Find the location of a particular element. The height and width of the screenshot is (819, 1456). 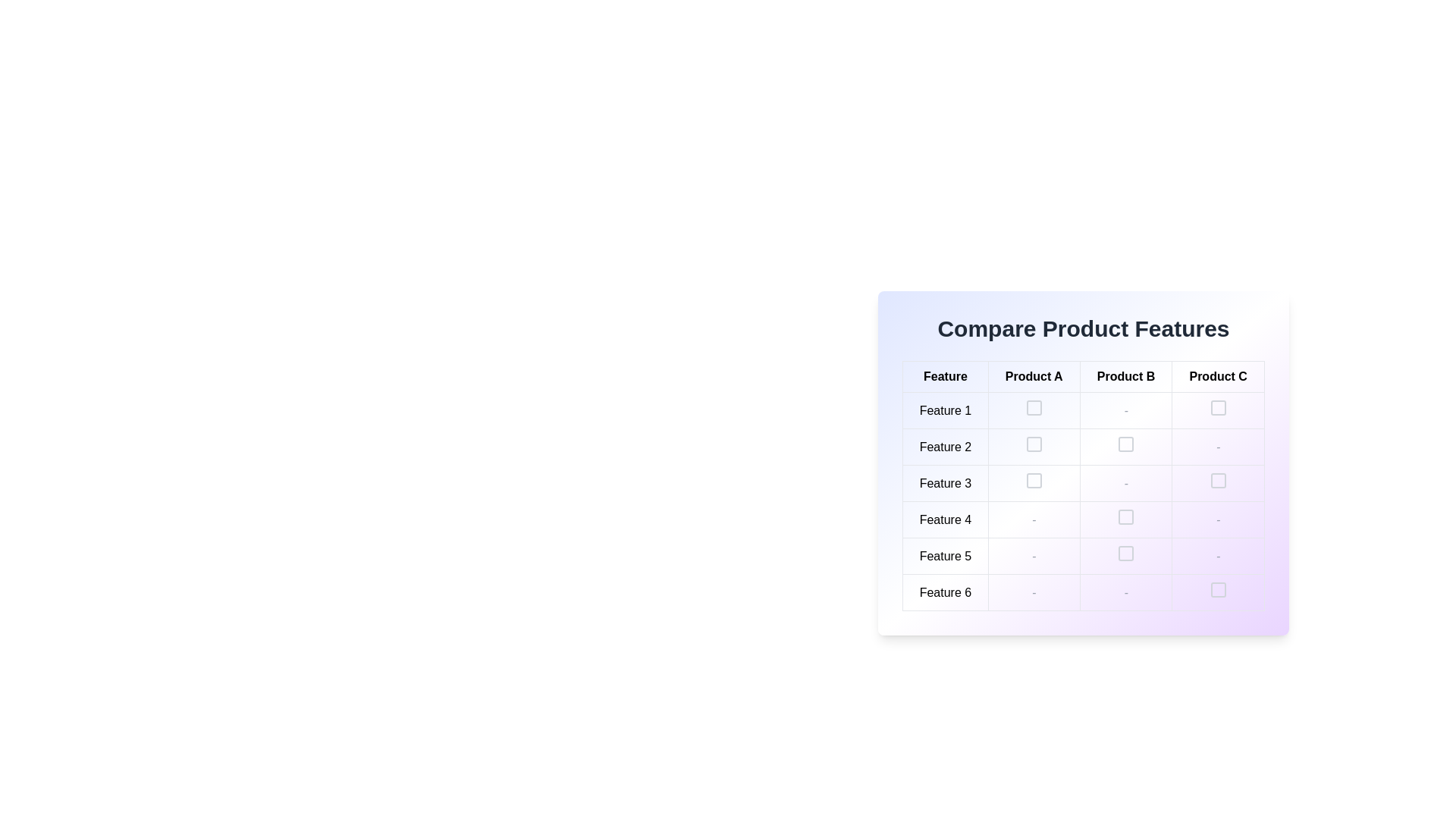

the visual indicator in the 'Product B' column for the 'Feature 2' row is located at coordinates (1083, 446).